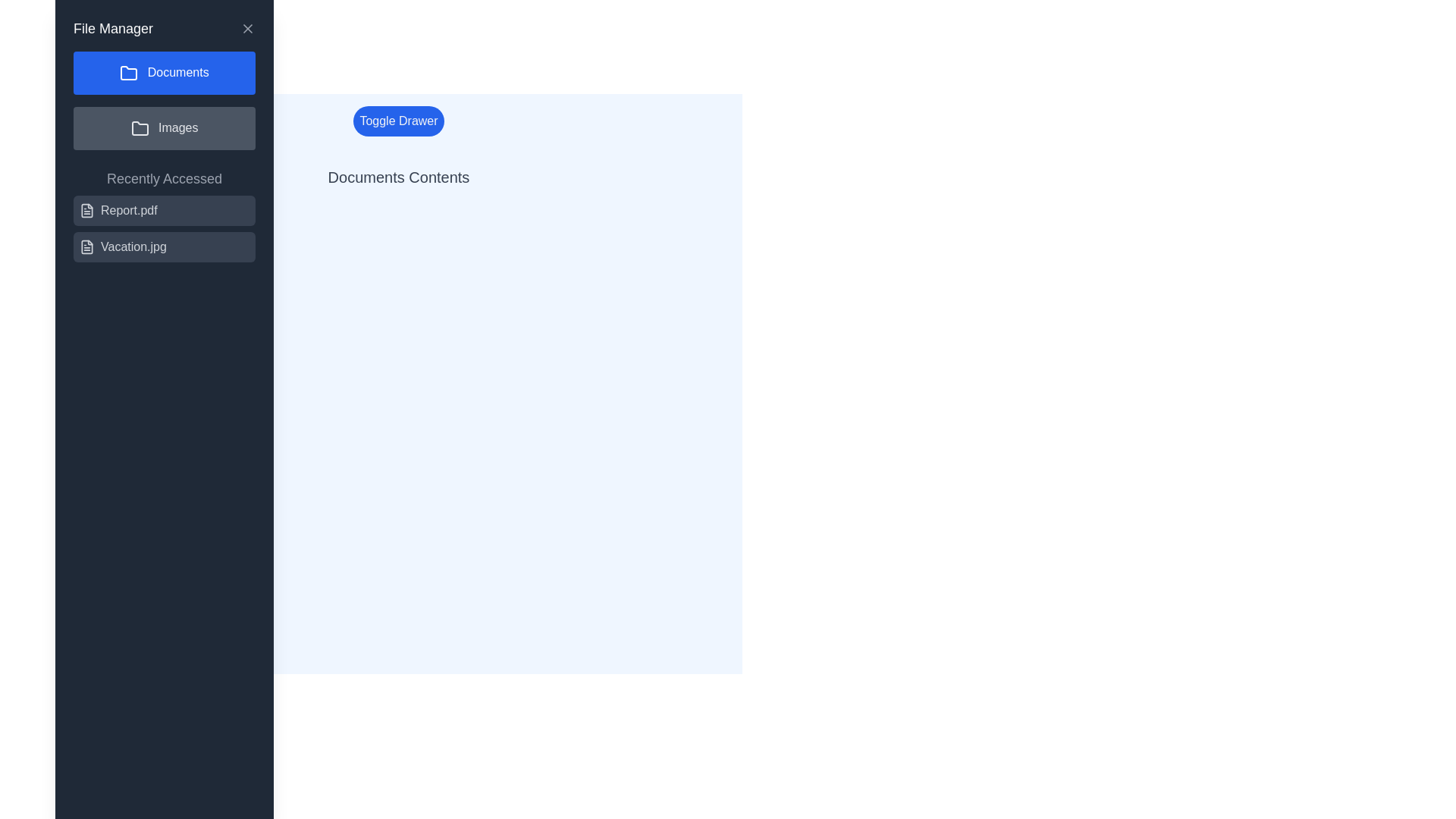 Image resolution: width=1456 pixels, height=819 pixels. What do you see at coordinates (164, 245) in the screenshot?
I see `the list item representing the file 'Vacation.jpg' located in the 'Recently Accessed' section of the 'File Manager'` at bounding box center [164, 245].